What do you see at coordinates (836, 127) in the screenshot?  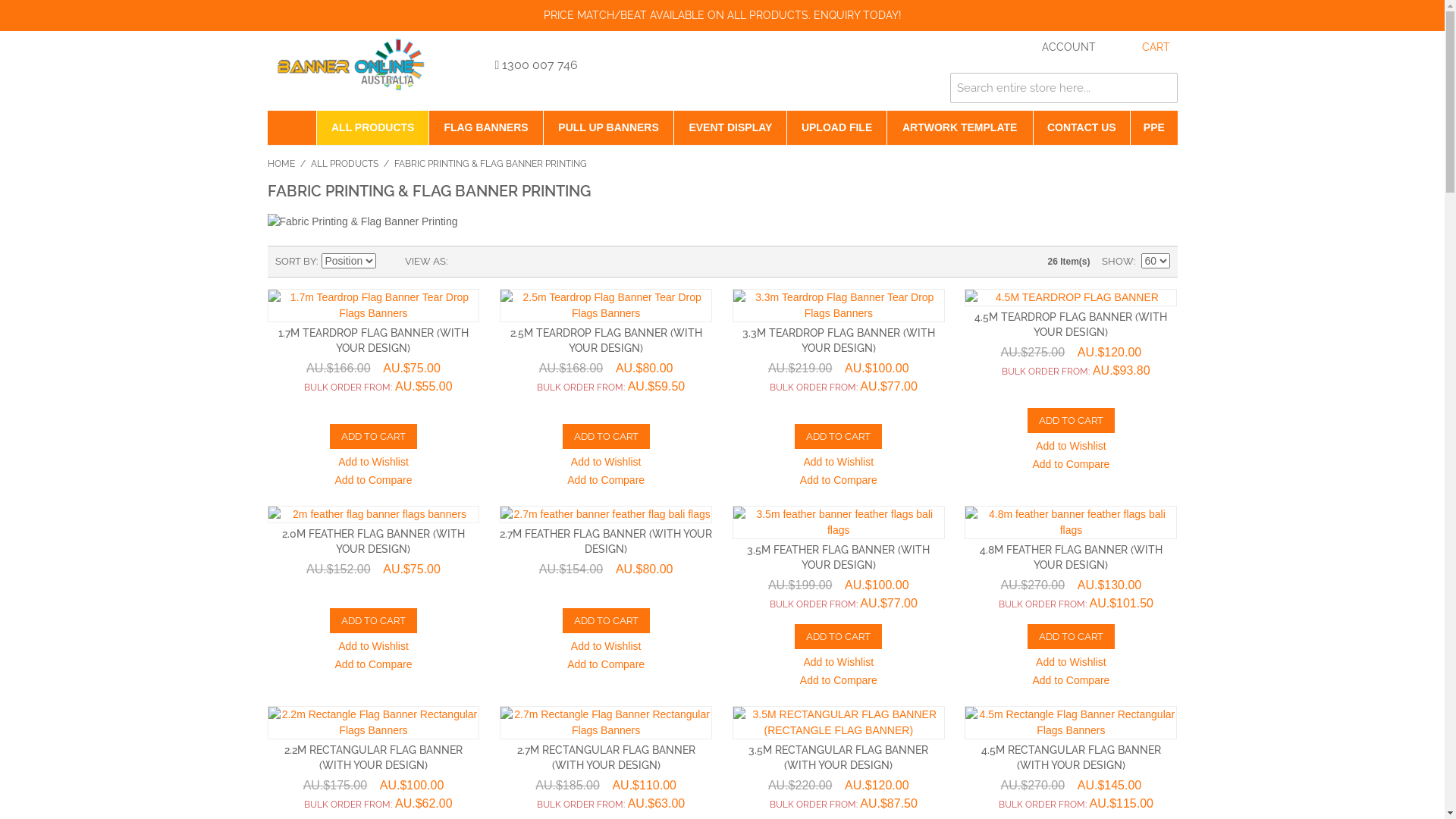 I see `'UPLOAD FILE'` at bounding box center [836, 127].